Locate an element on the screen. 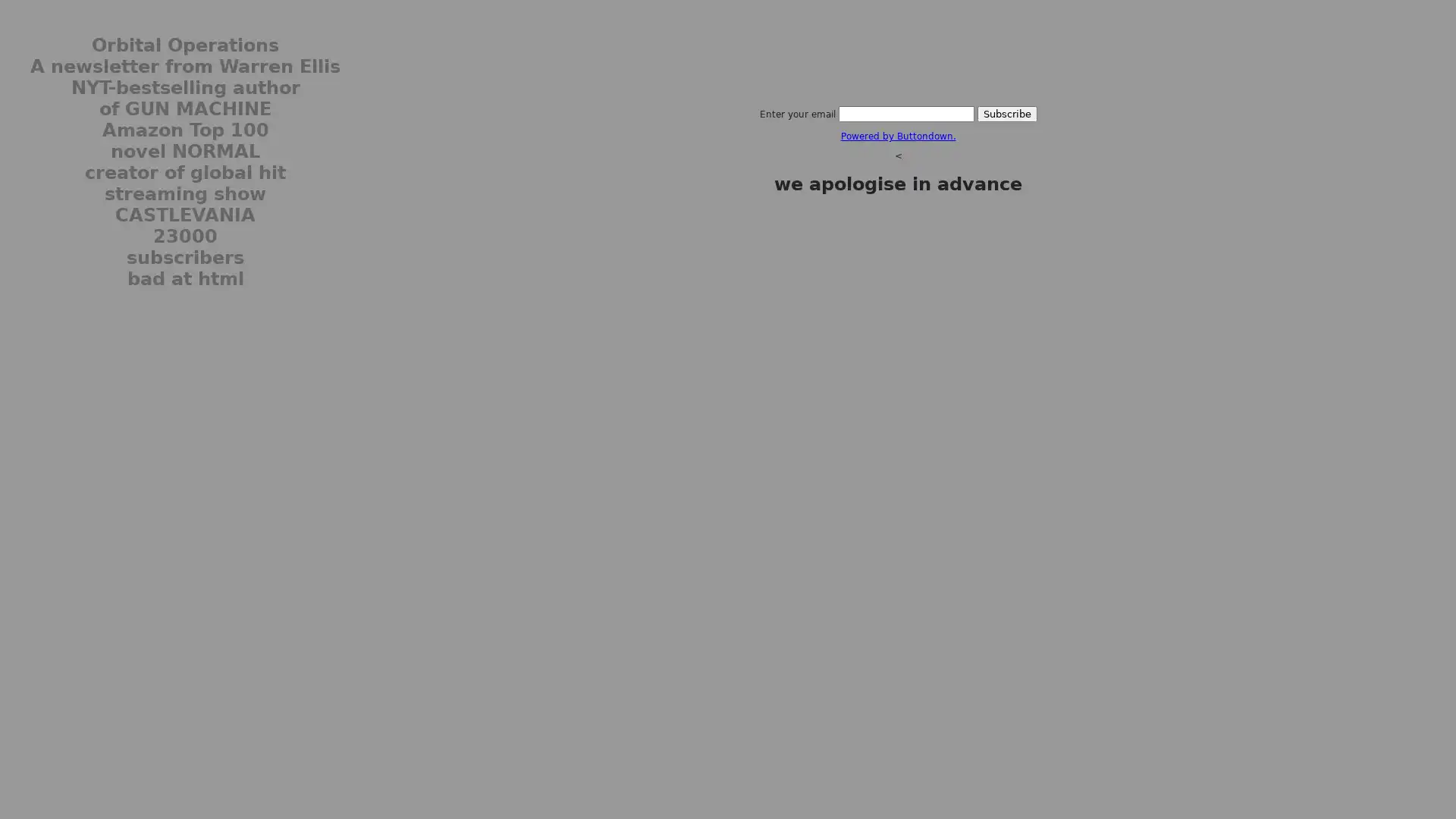 This screenshot has height=819, width=1456. Subscribe is located at coordinates (1006, 113).